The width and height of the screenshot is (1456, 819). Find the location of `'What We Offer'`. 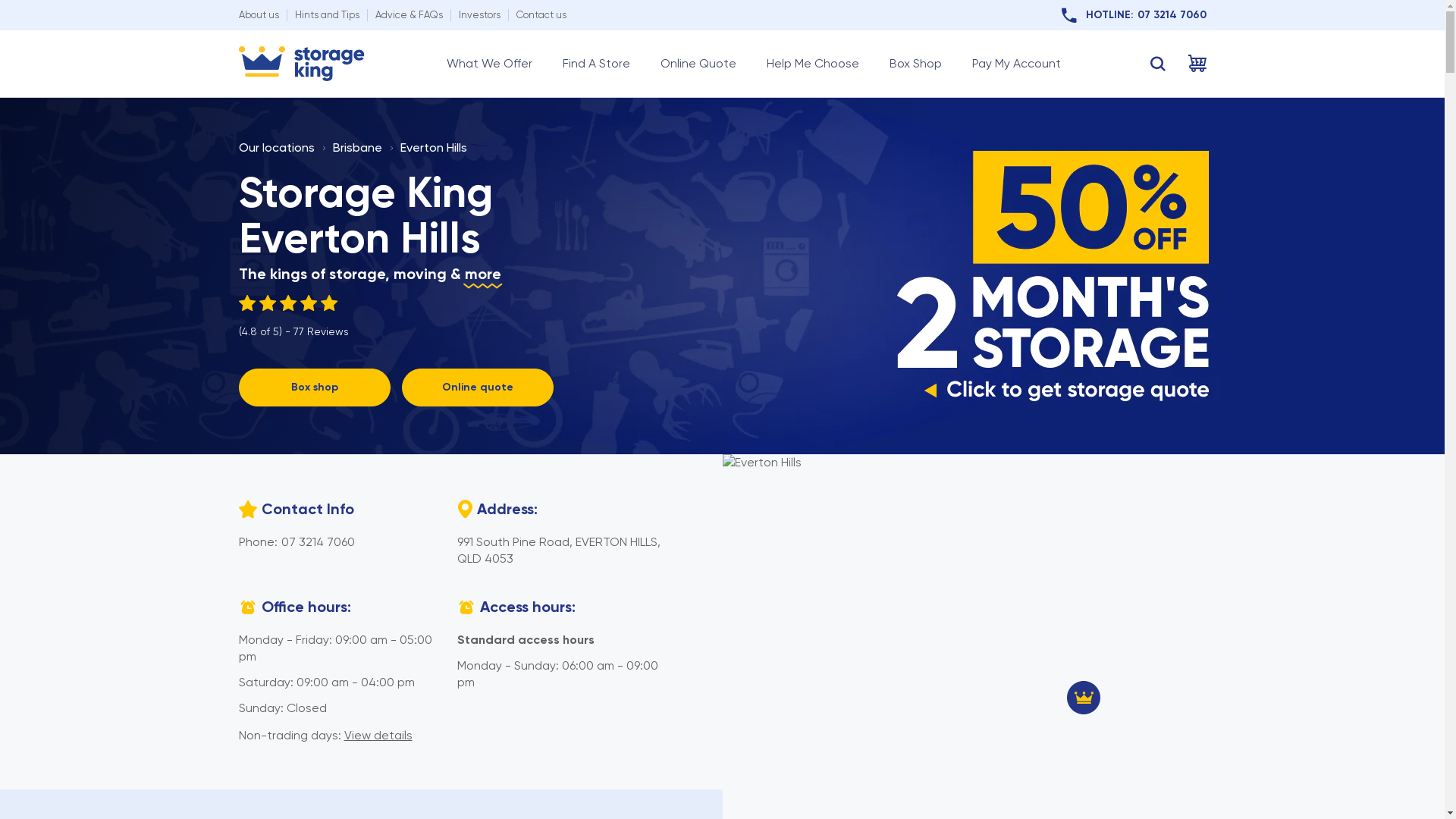

'What We Offer' is located at coordinates (445, 63).